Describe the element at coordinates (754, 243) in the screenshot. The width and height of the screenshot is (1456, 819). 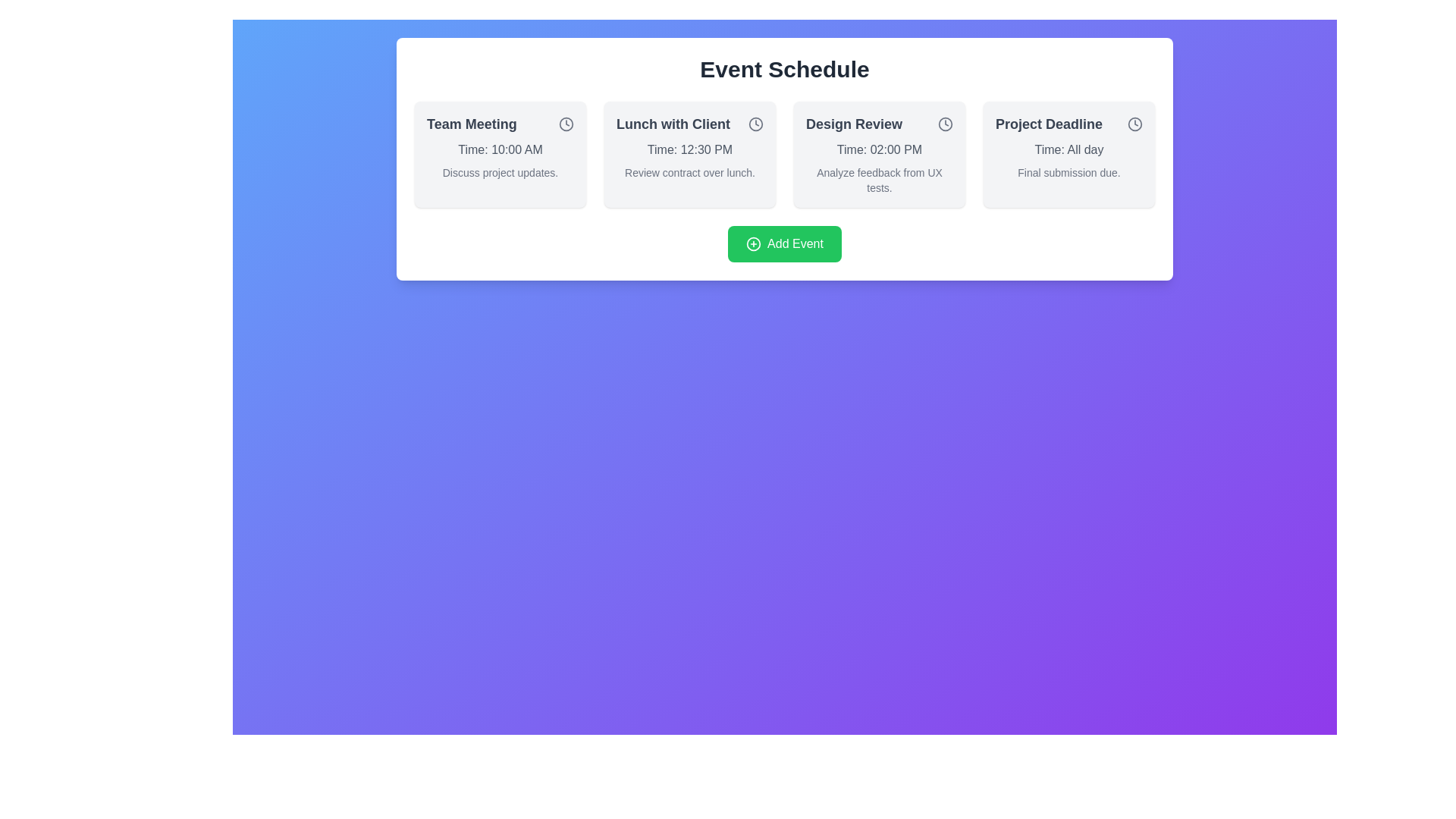
I see `the green circular icon representing a plus symbol, which is part of the 'Add Event' button located centrally below the row of events` at that location.